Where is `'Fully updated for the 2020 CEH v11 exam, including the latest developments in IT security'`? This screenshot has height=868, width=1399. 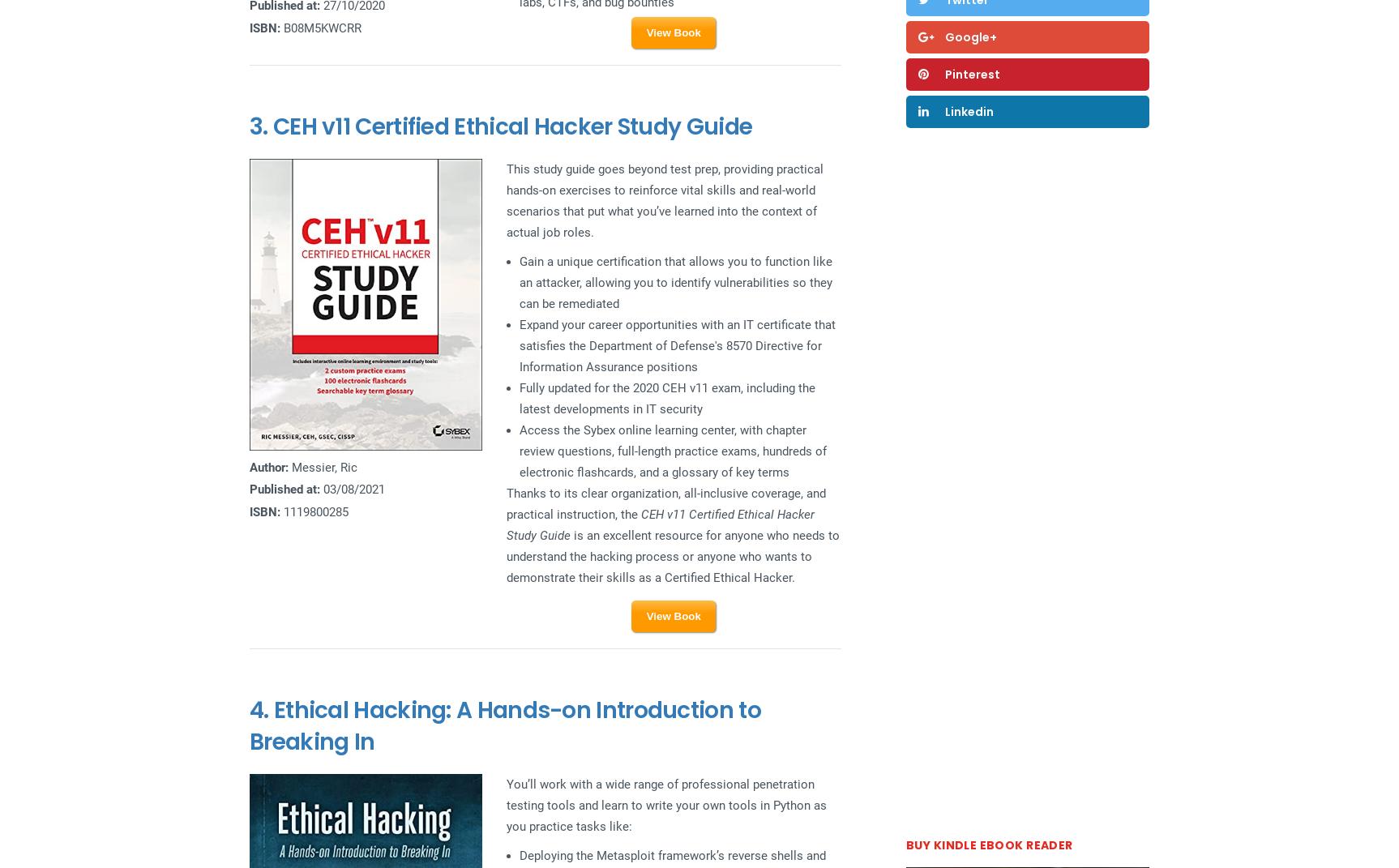
'Fully updated for the 2020 CEH v11 exam, including the latest developments in IT security' is located at coordinates (665, 398).